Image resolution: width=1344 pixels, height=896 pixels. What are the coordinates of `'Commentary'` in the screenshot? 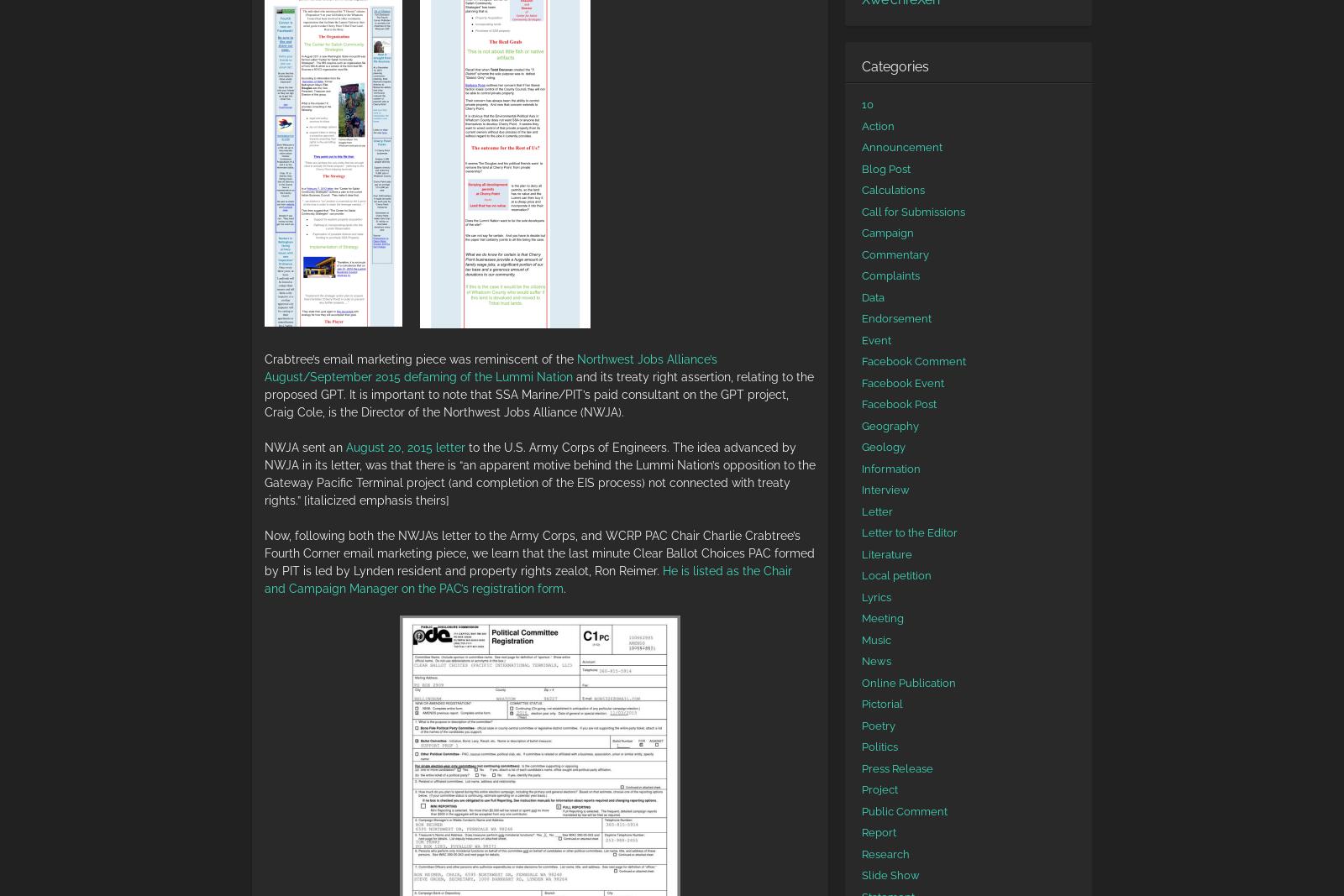 It's located at (895, 254).